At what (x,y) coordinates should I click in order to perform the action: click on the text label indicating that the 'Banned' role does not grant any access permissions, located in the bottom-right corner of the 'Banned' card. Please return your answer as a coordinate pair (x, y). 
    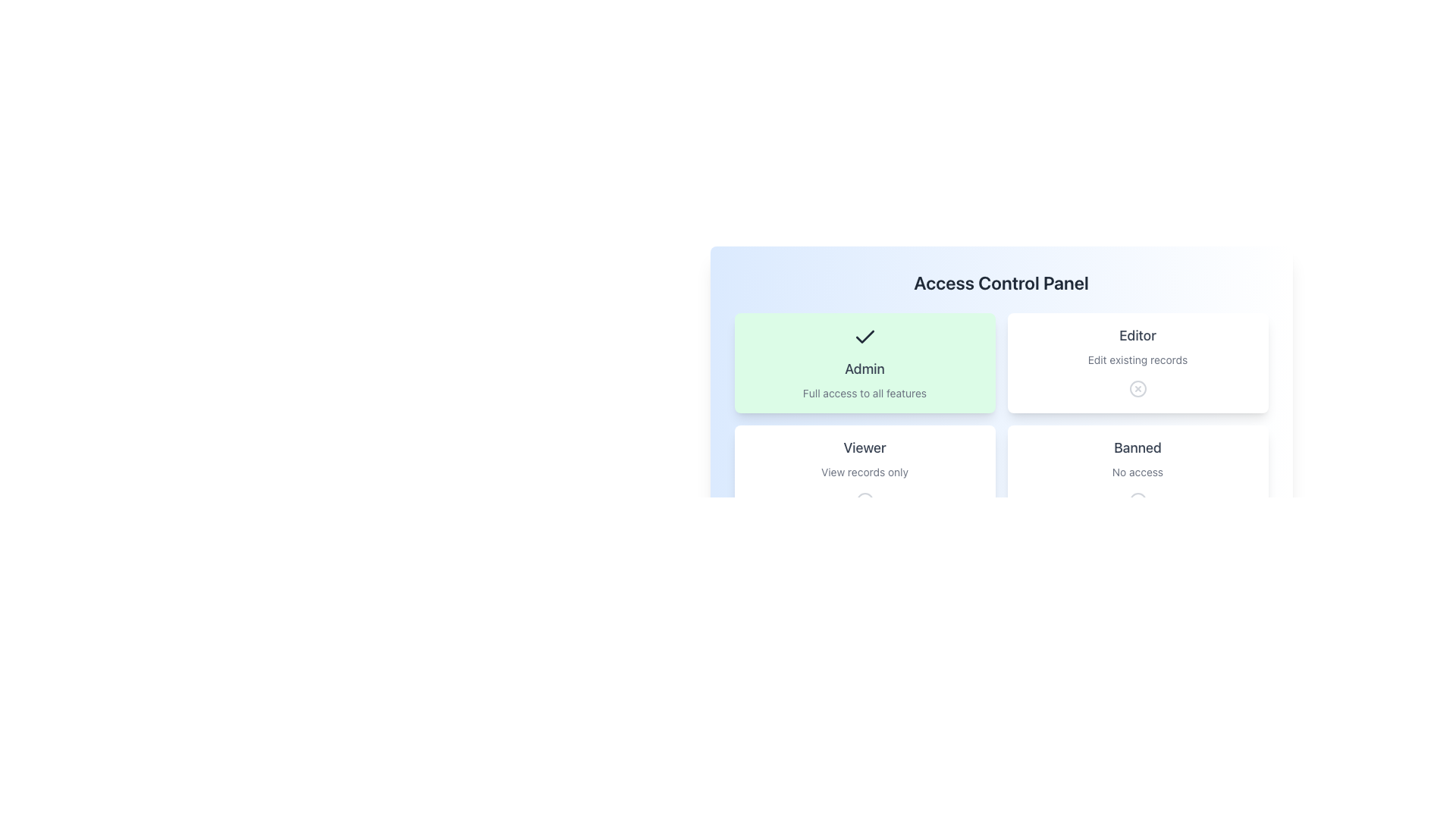
    Looking at the image, I should click on (1137, 472).